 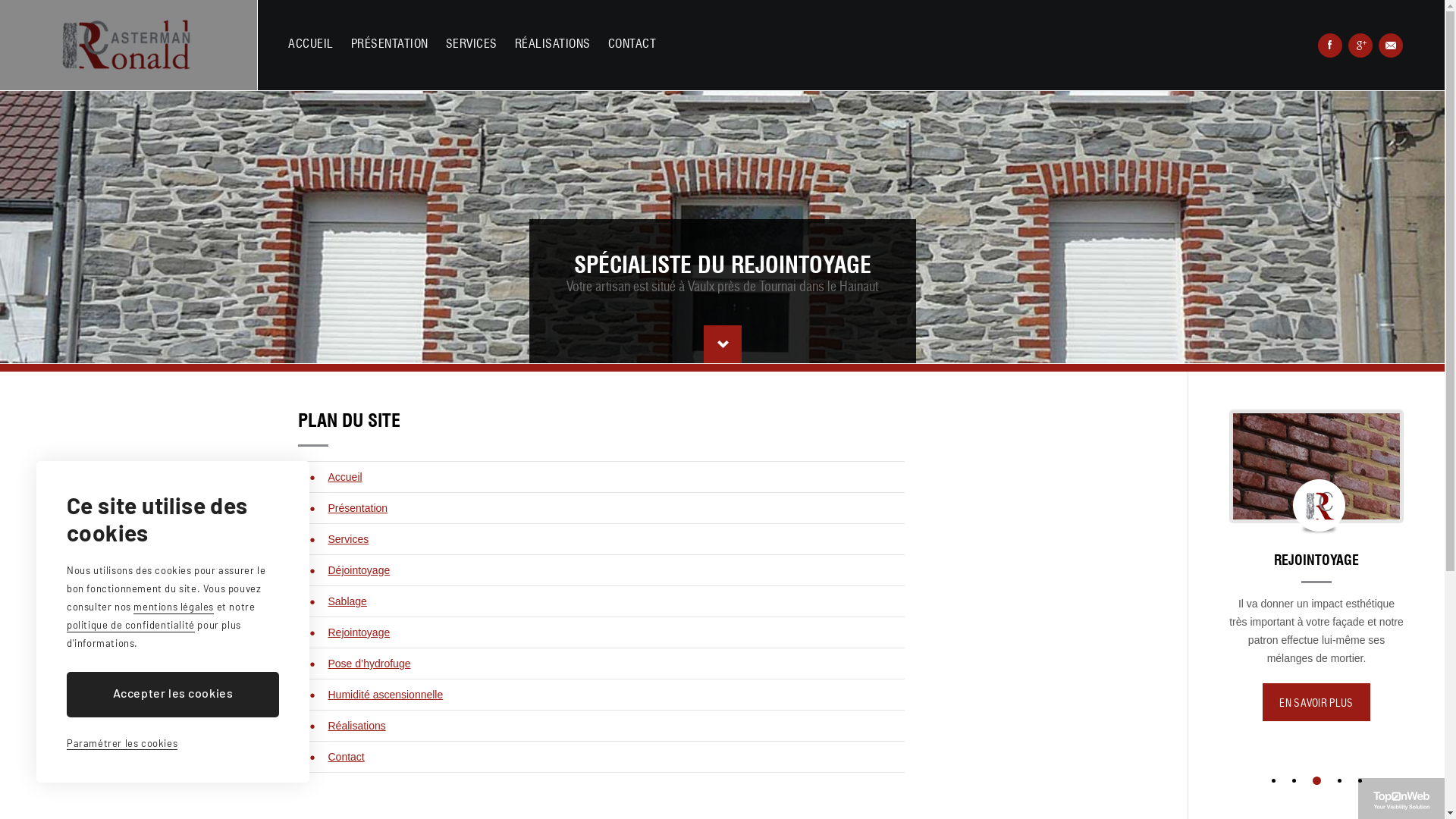 I want to click on 'Rejoignez-nous sur Google+ !', so click(x=1360, y=45).